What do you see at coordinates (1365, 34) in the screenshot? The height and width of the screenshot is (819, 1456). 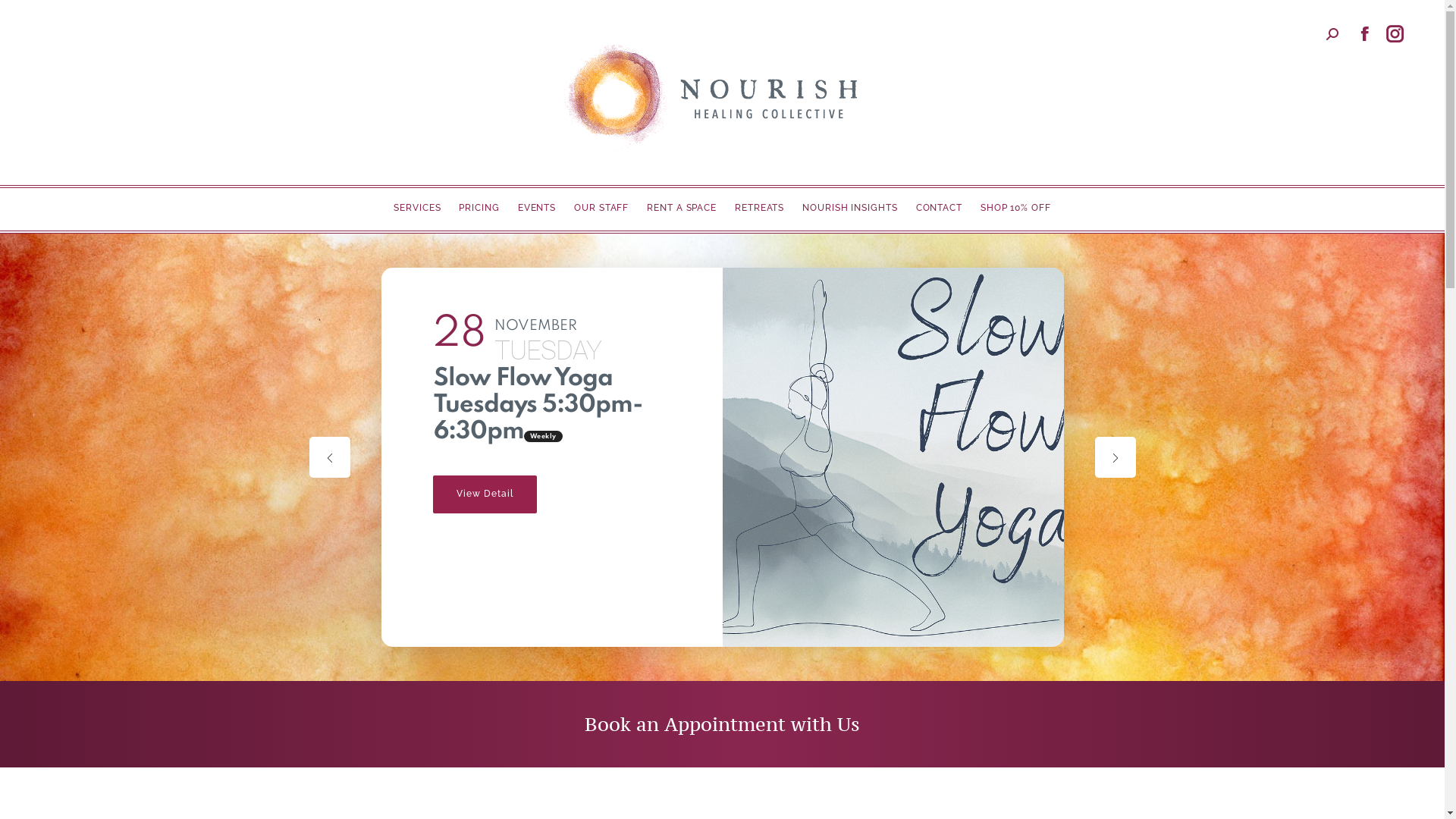 I see `'Facebook page opens in new window'` at bounding box center [1365, 34].